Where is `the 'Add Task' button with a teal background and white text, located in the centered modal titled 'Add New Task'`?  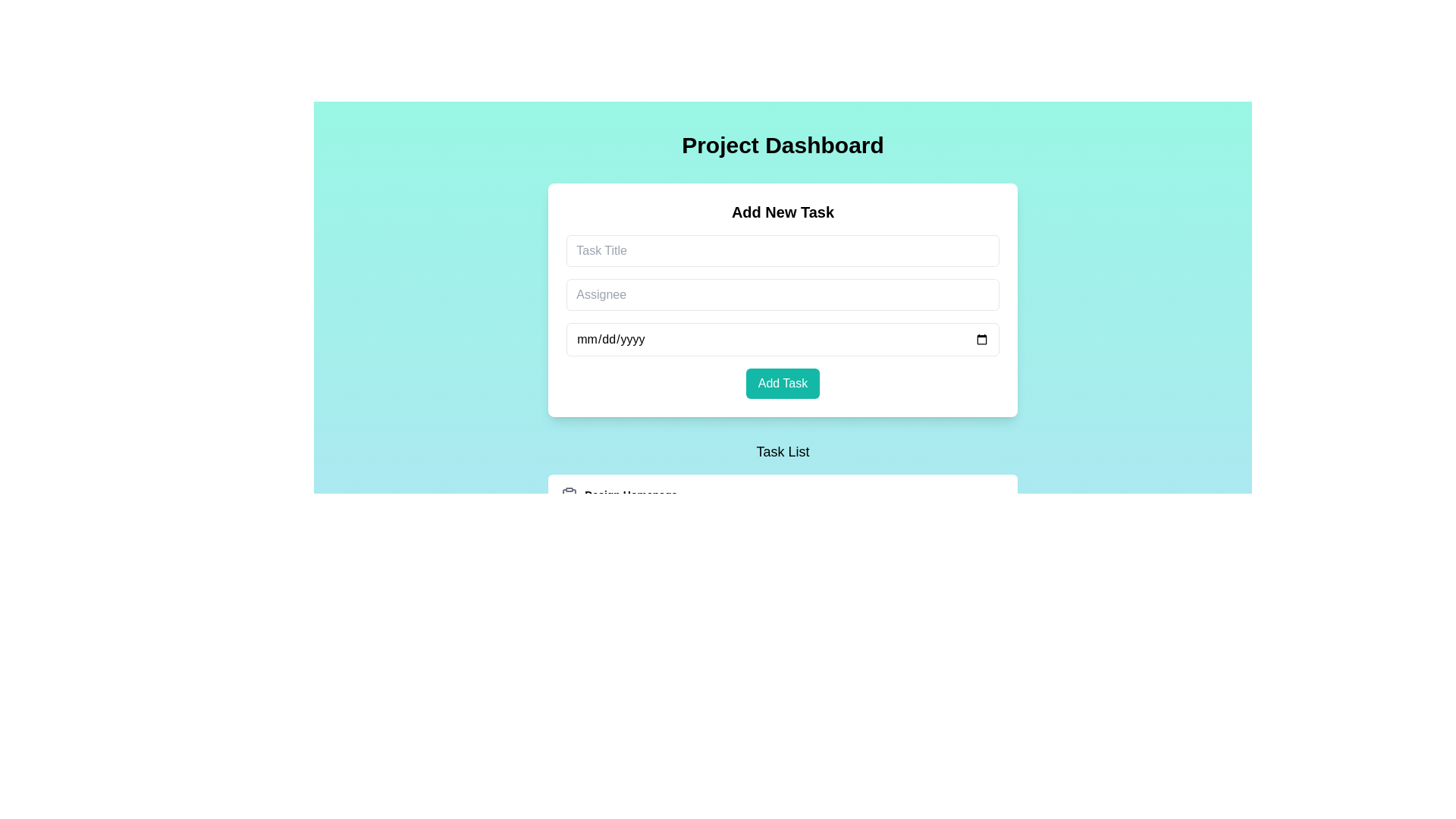
the 'Add Task' button with a teal background and white text, located in the centered modal titled 'Add New Task' is located at coordinates (783, 382).